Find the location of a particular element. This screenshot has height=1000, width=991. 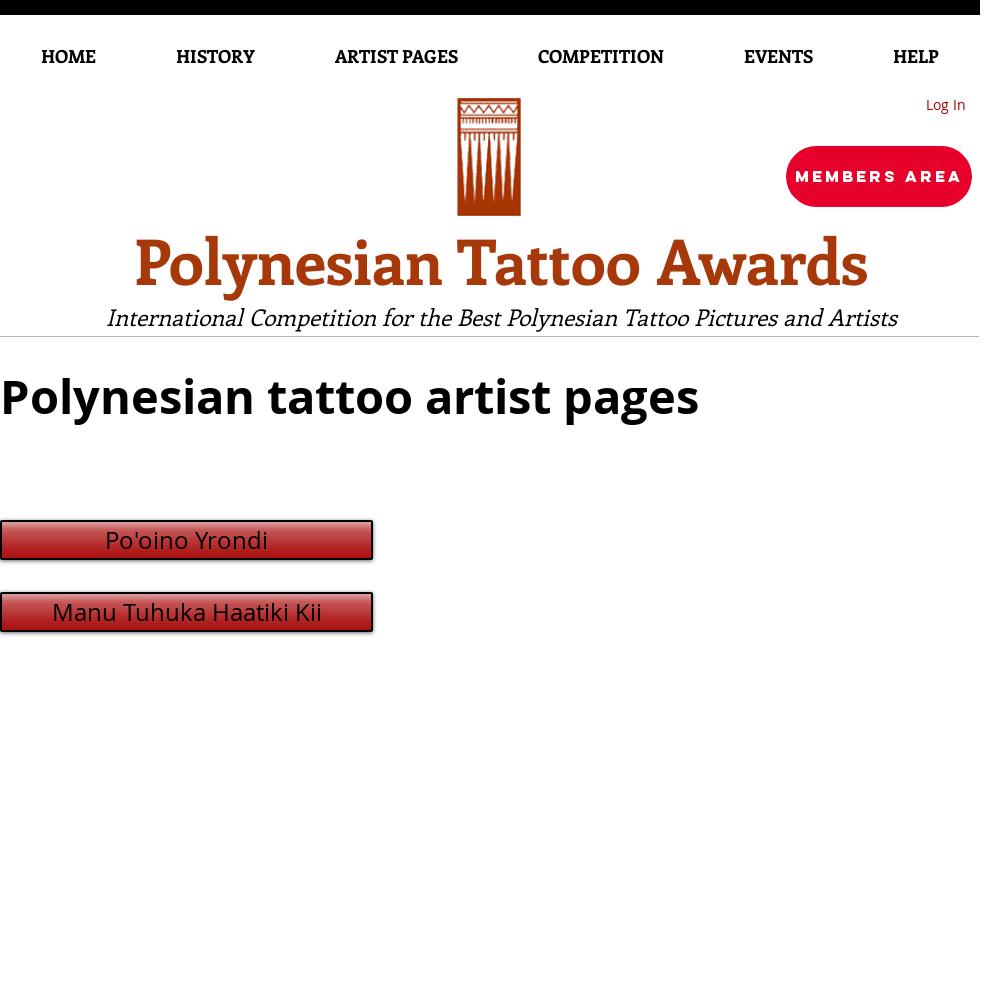

'HISTORY' is located at coordinates (214, 56).